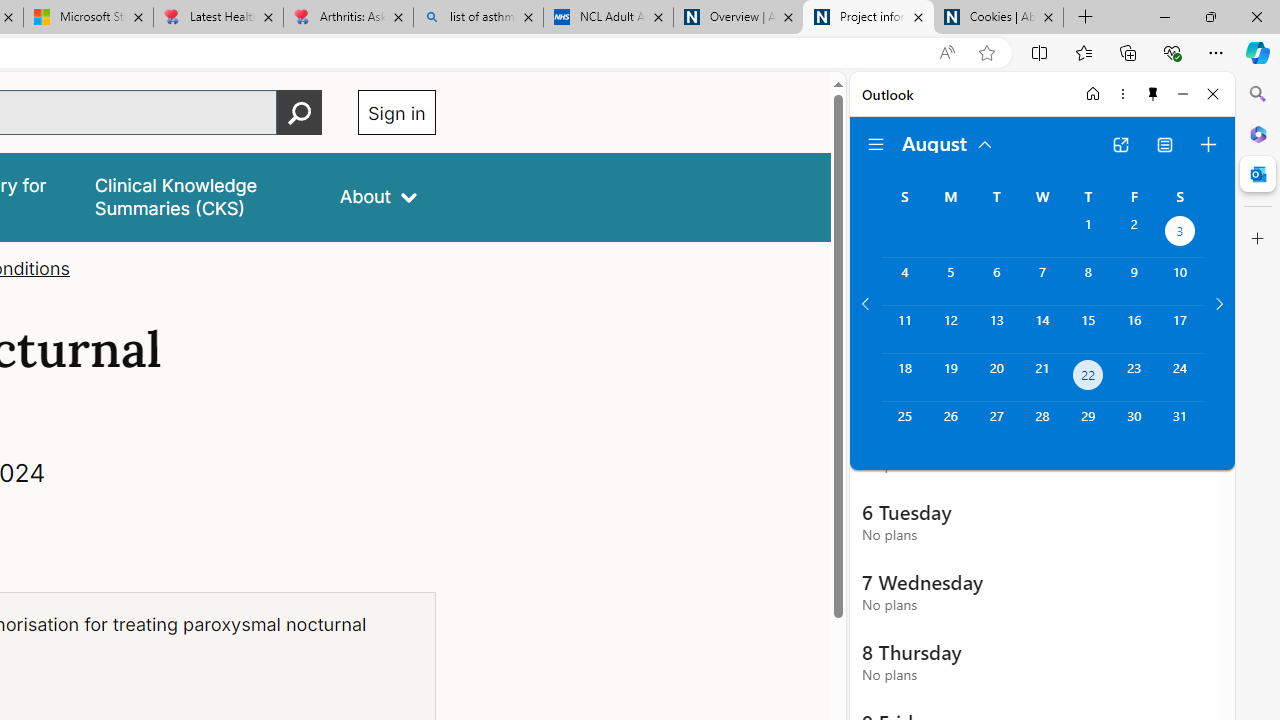 This screenshot has width=1280, height=720. I want to click on 'About', so click(378, 197).